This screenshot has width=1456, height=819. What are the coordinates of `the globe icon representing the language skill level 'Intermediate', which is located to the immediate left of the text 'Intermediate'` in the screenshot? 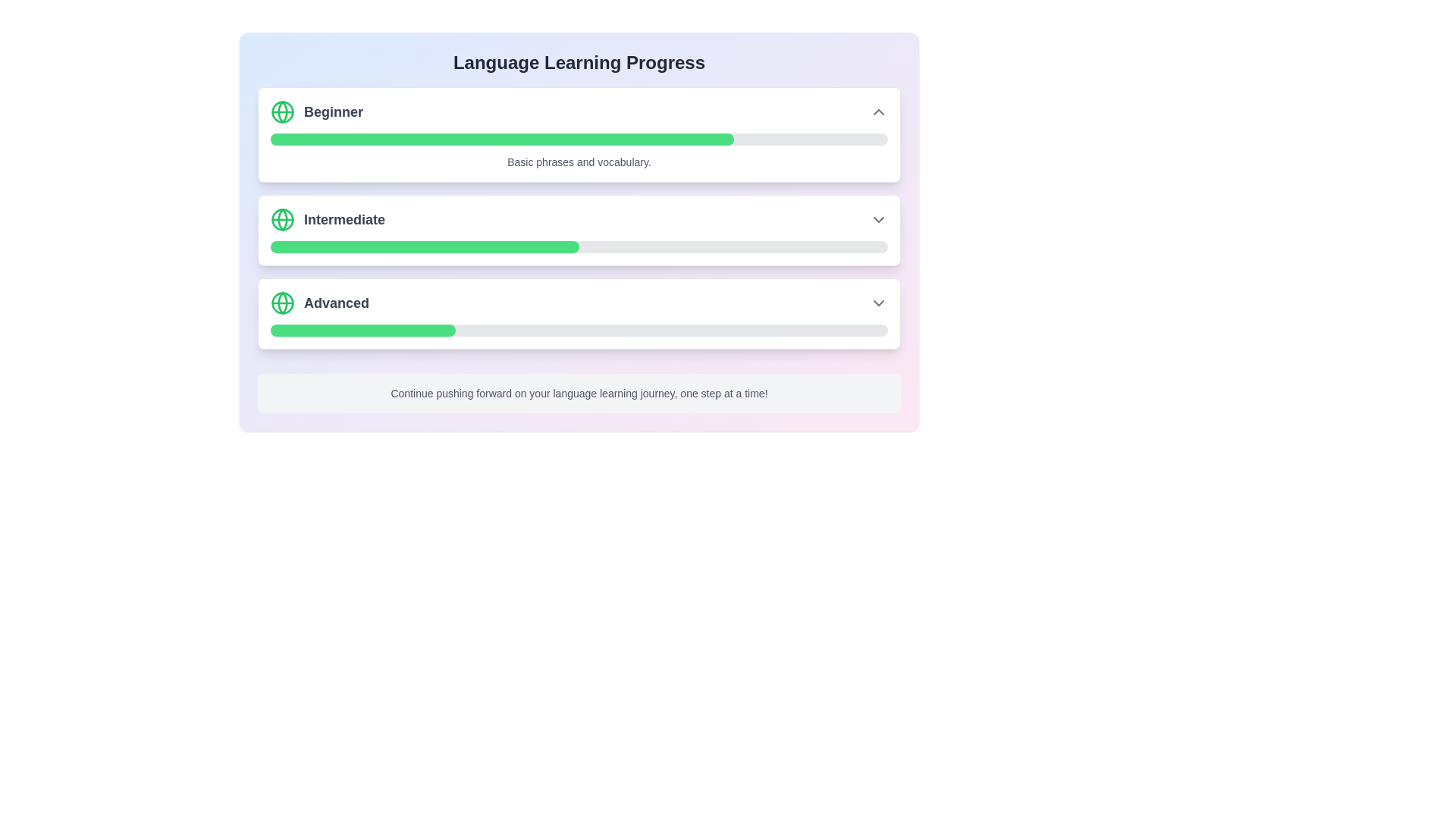 It's located at (283, 219).